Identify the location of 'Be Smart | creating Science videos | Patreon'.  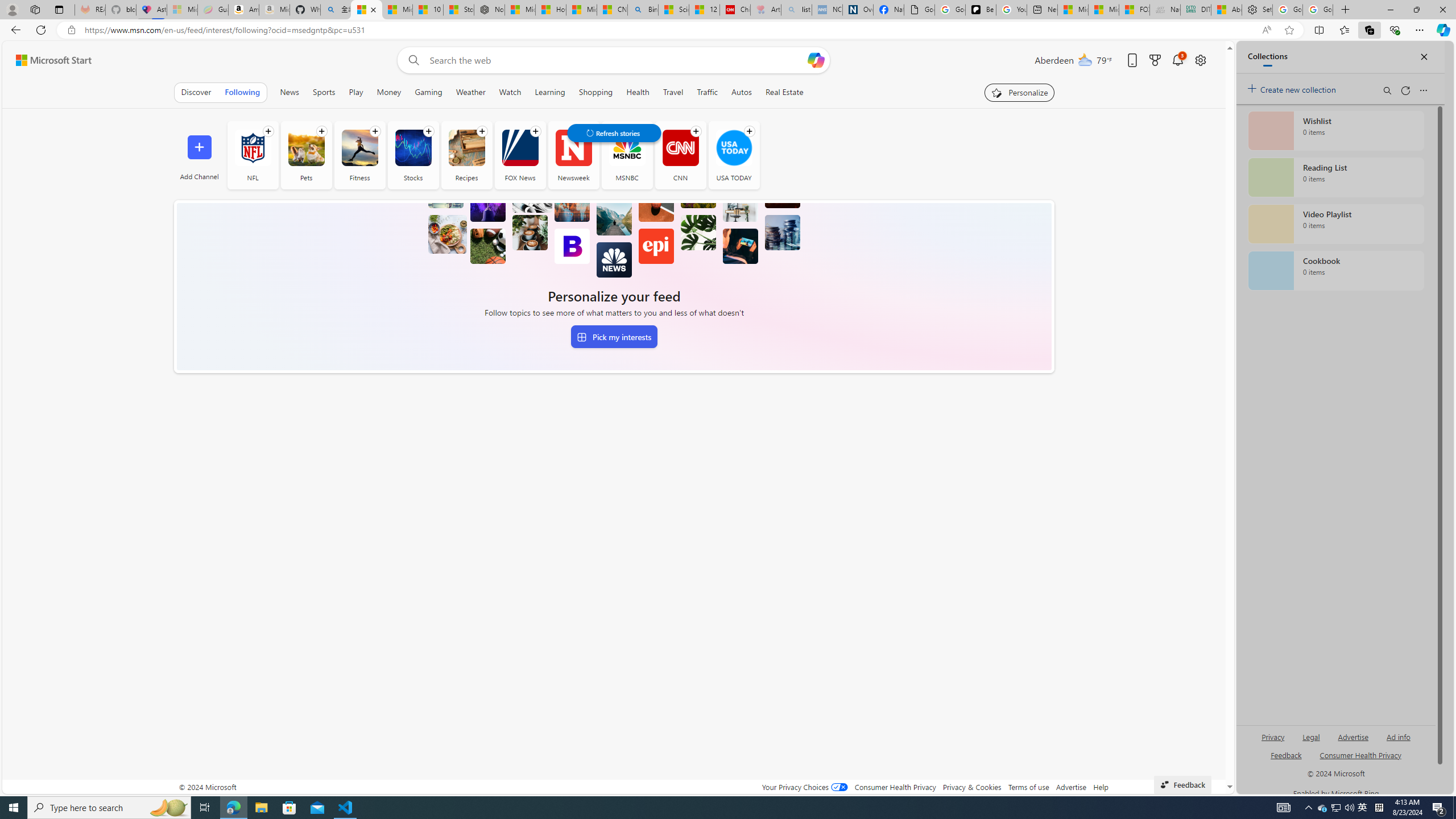
(981, 9).